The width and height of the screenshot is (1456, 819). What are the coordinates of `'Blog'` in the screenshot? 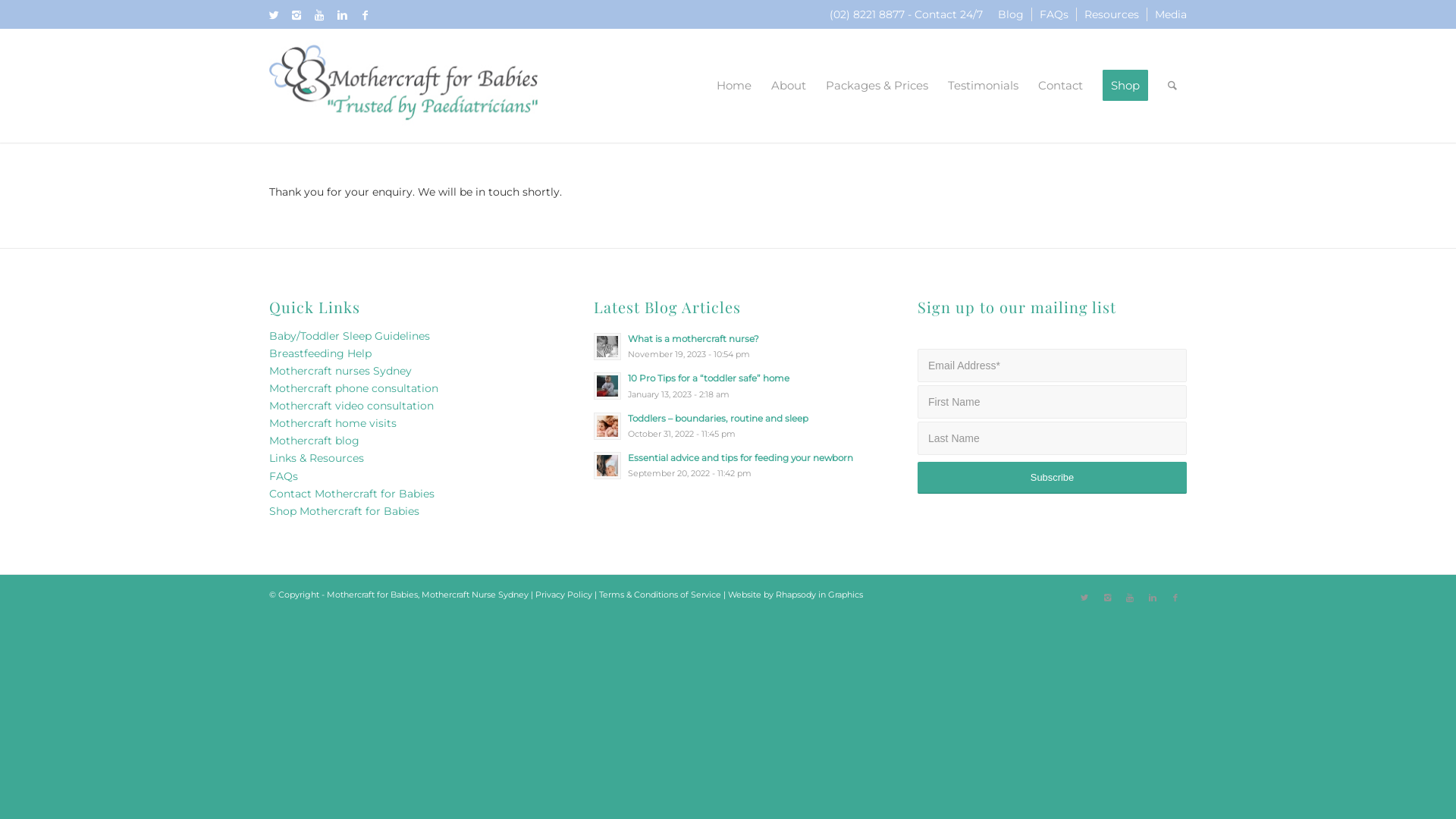 It's located at (1011, 14).